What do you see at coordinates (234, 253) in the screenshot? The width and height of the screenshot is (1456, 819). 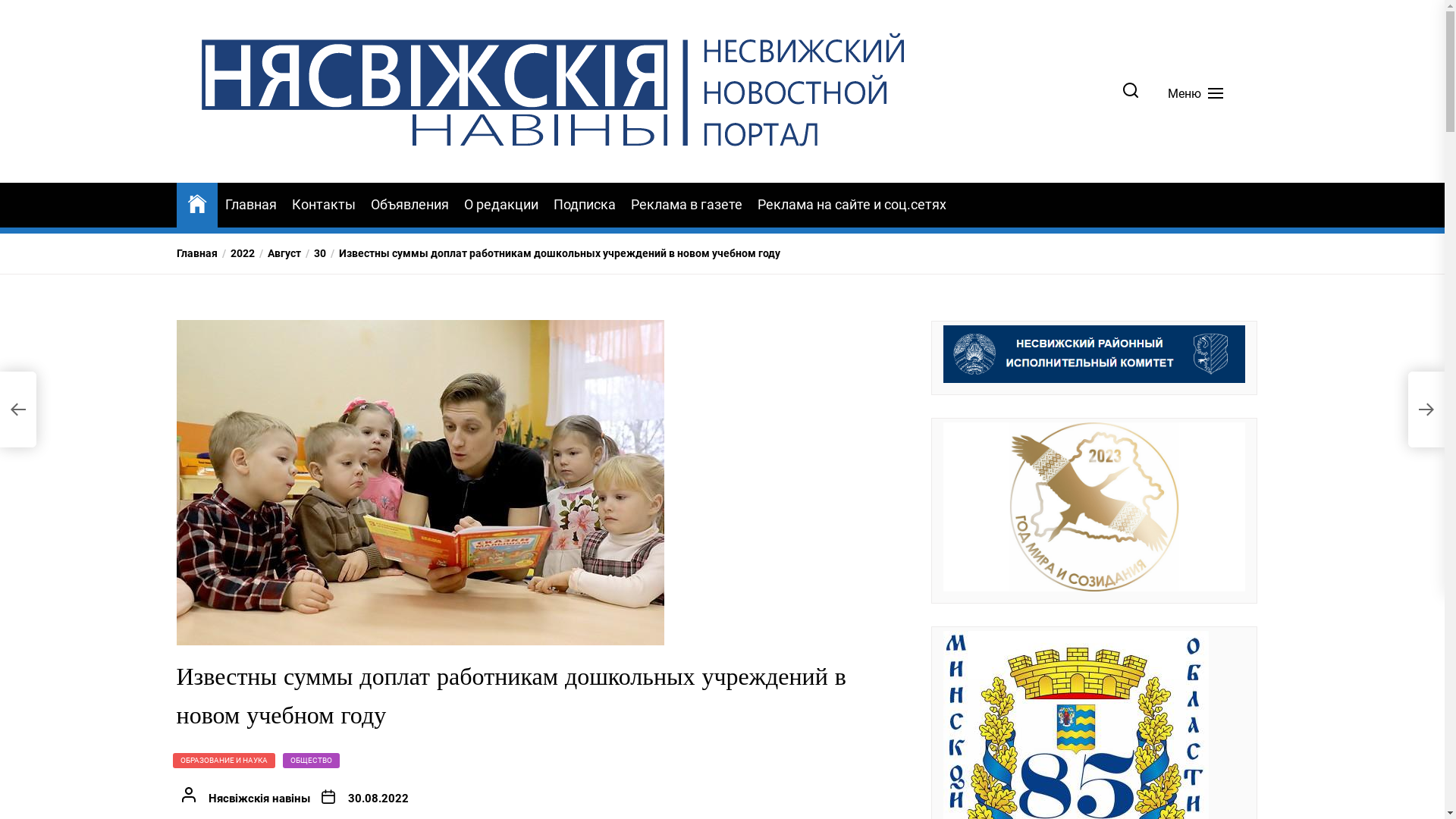 I see `'2022'` at bounding box center [234, 253].